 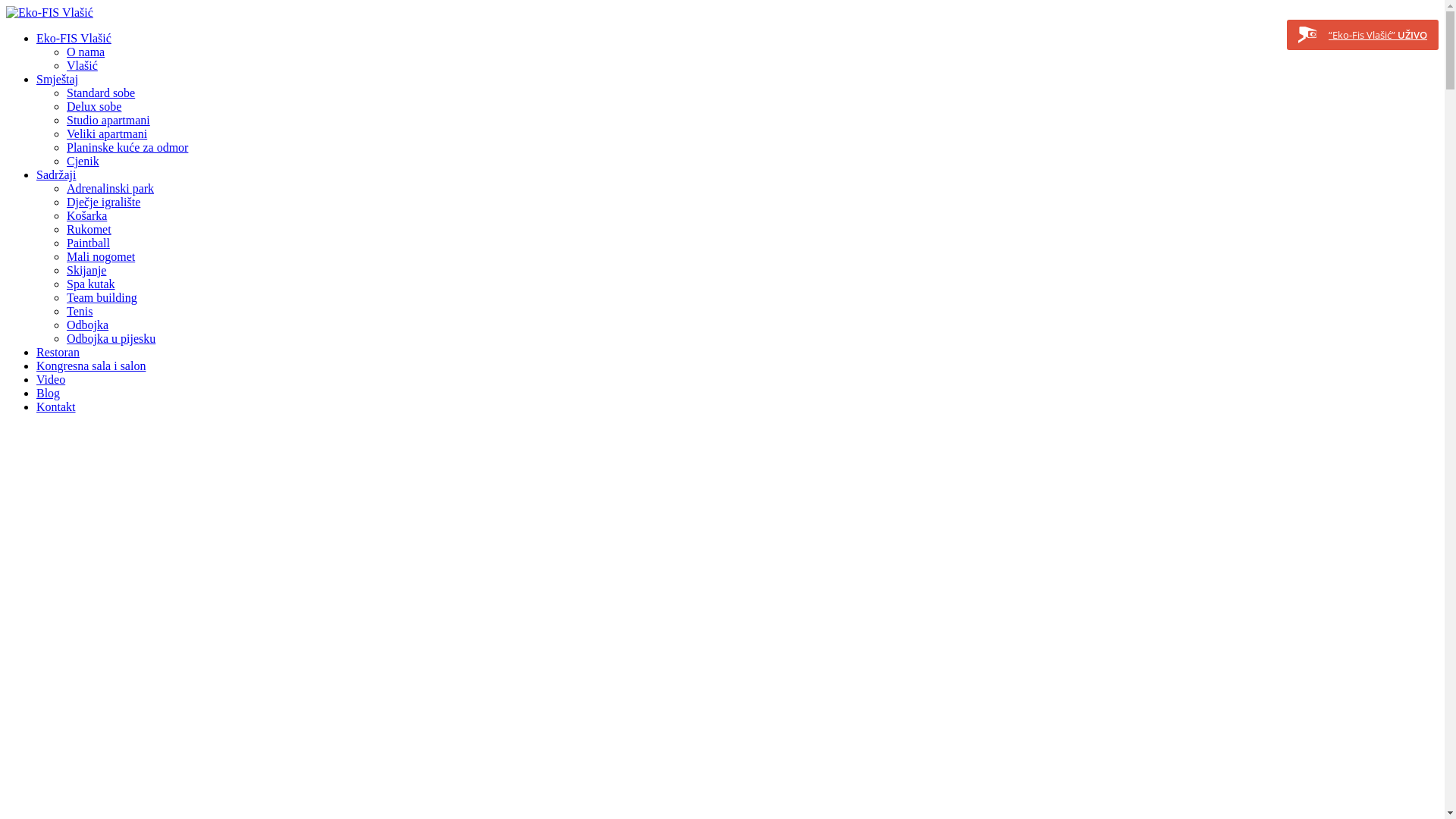 I want to click on 'Spa kutak', so click(x=65, y=284).